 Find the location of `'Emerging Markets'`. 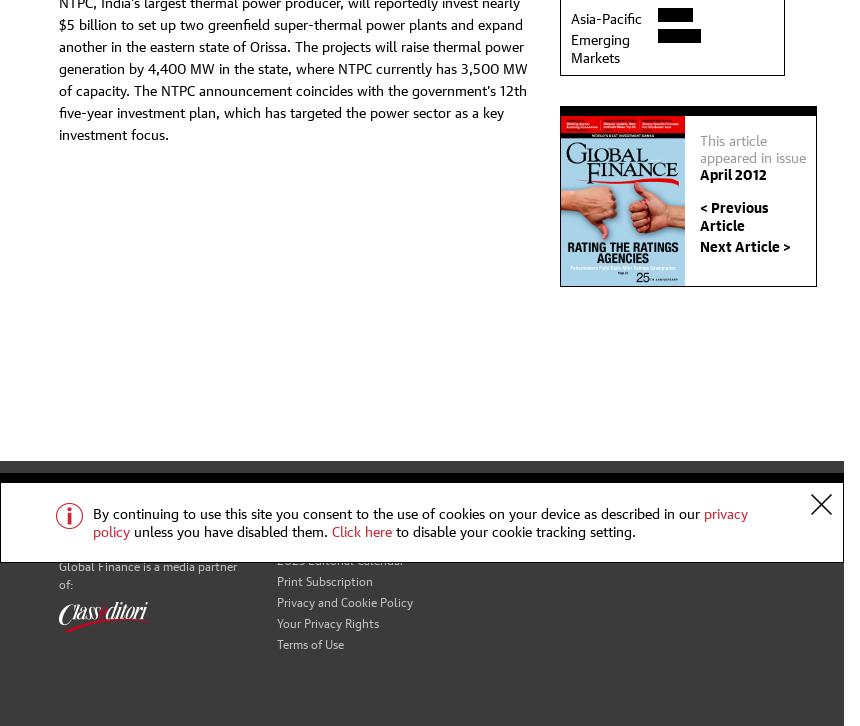

'Emerging Markets' is located at coordinates (598, 46).